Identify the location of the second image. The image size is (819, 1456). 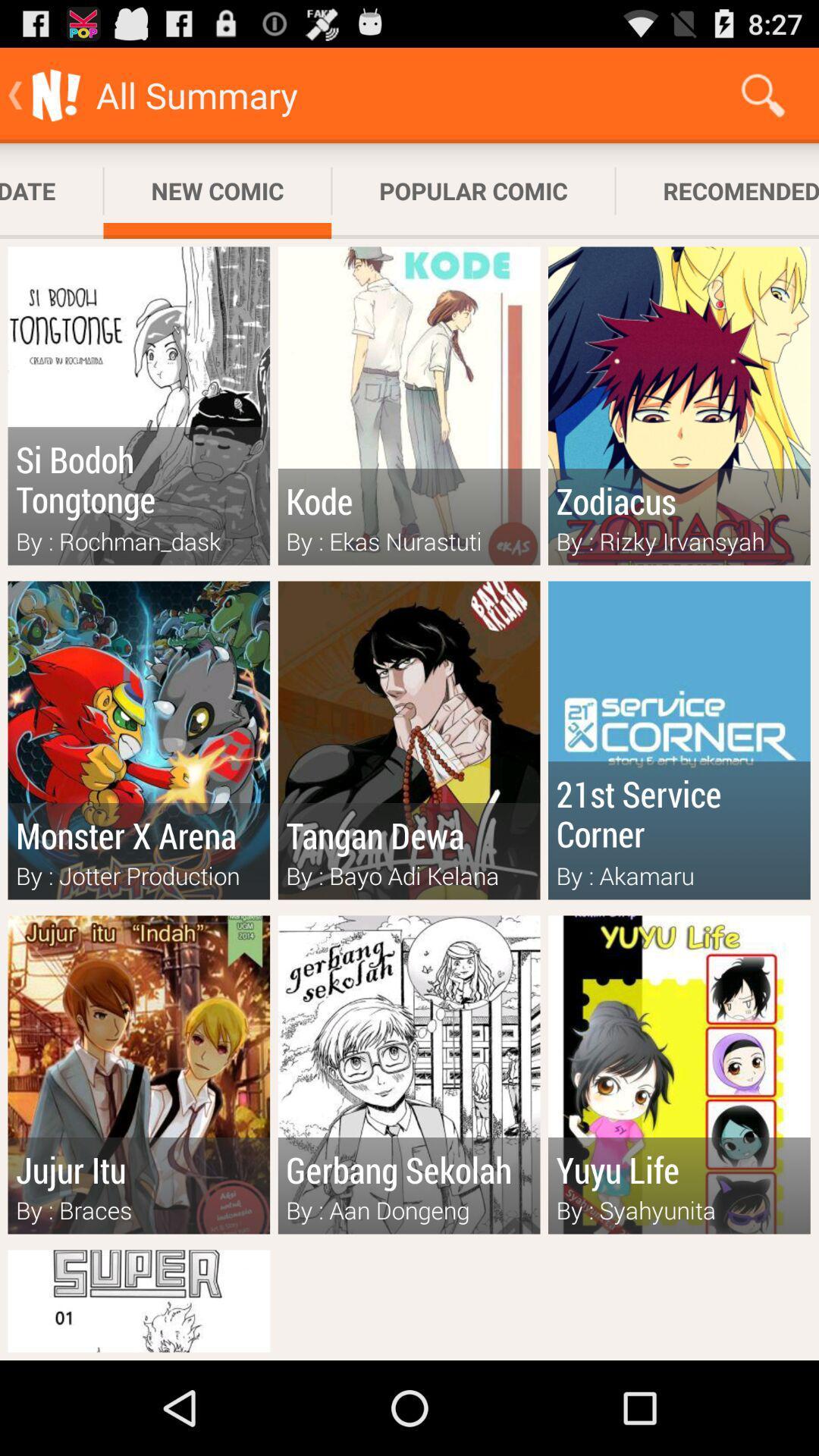
(409, 406).